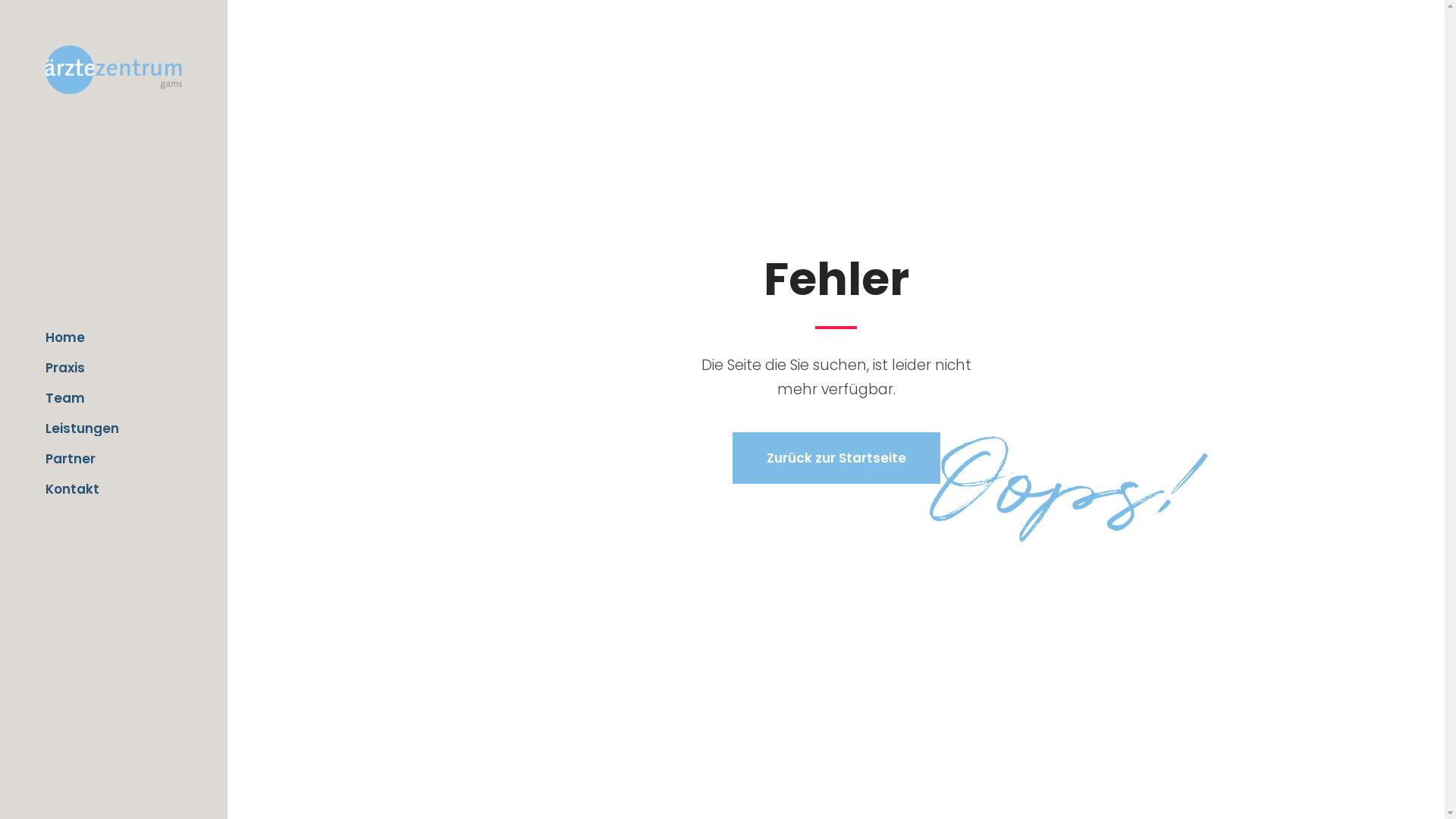 The height and width of the screenshot is (819, 1456). Describe the element at coordinates (112, 368) in the screenshot. I see `'Praxis'` at that location.